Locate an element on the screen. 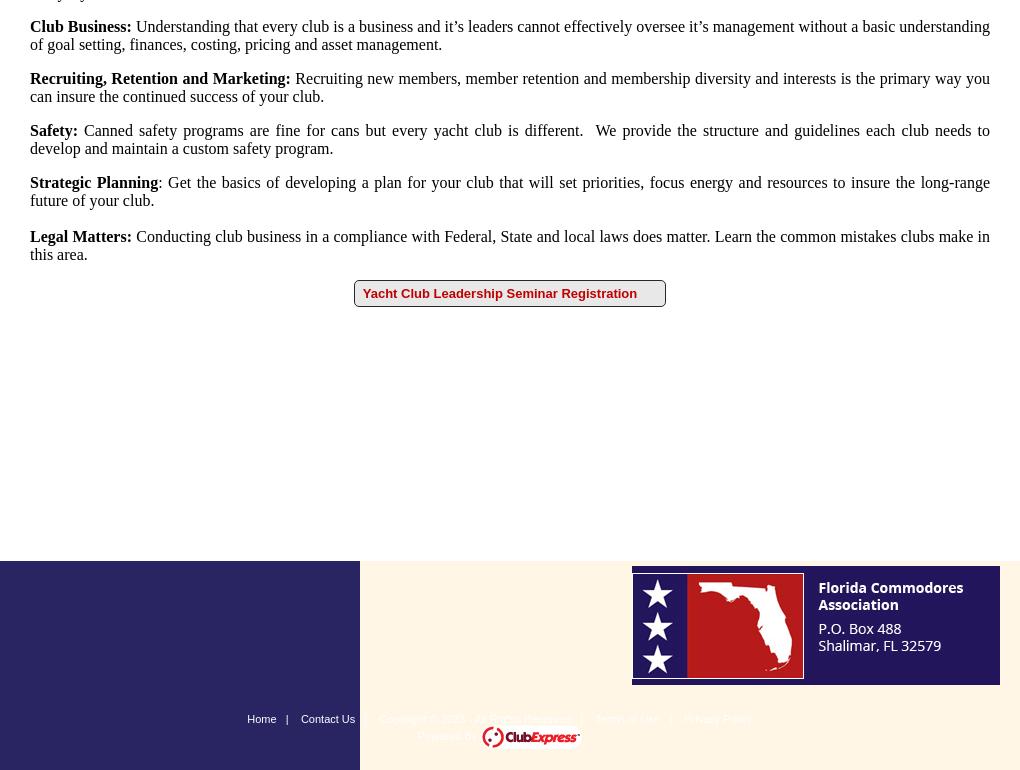 This screenshot has height=770, width=1020. 'C' is located at coordinates (34, 26).